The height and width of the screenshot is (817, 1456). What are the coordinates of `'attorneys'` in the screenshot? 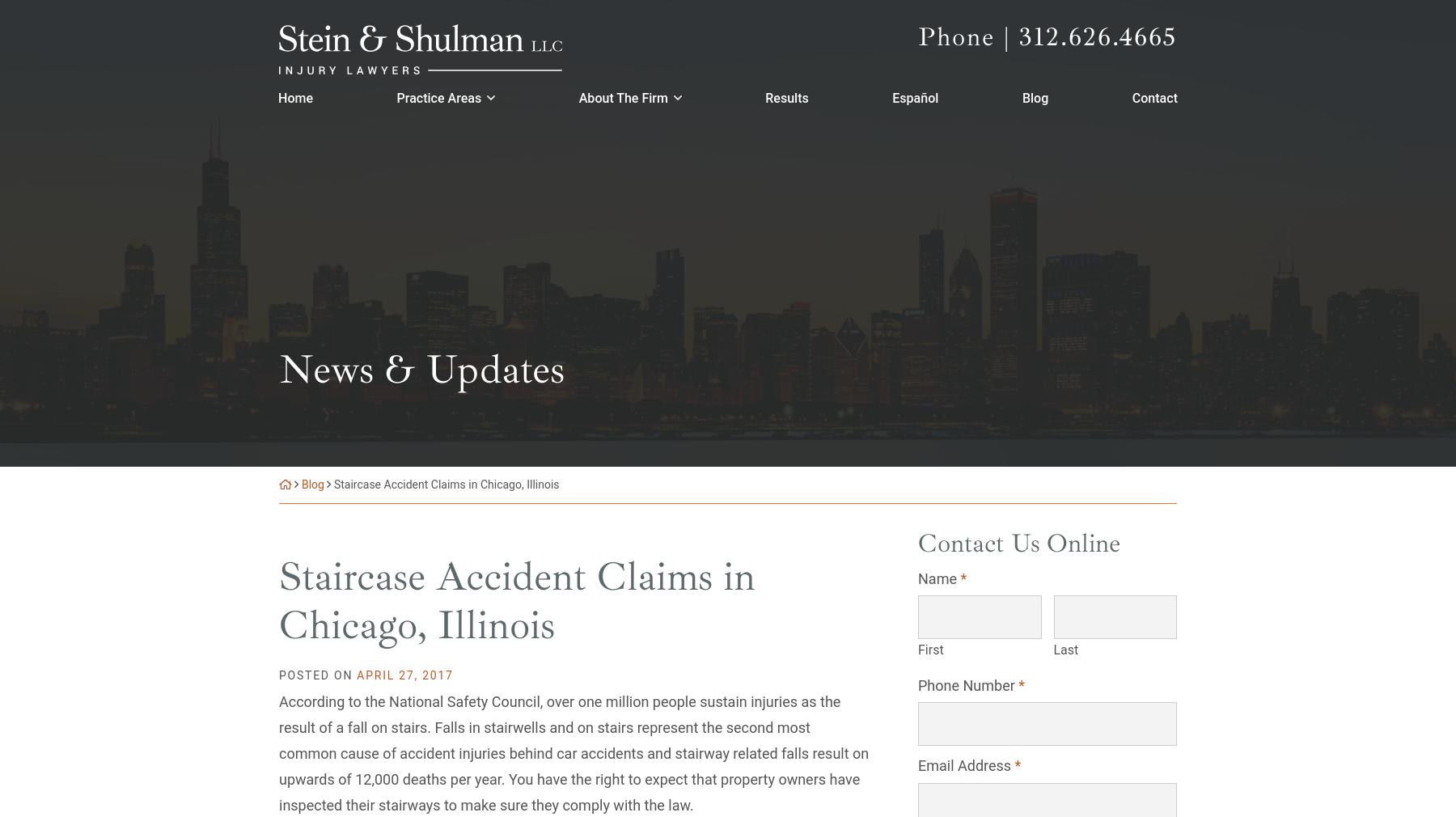 It's located at (472, 203).